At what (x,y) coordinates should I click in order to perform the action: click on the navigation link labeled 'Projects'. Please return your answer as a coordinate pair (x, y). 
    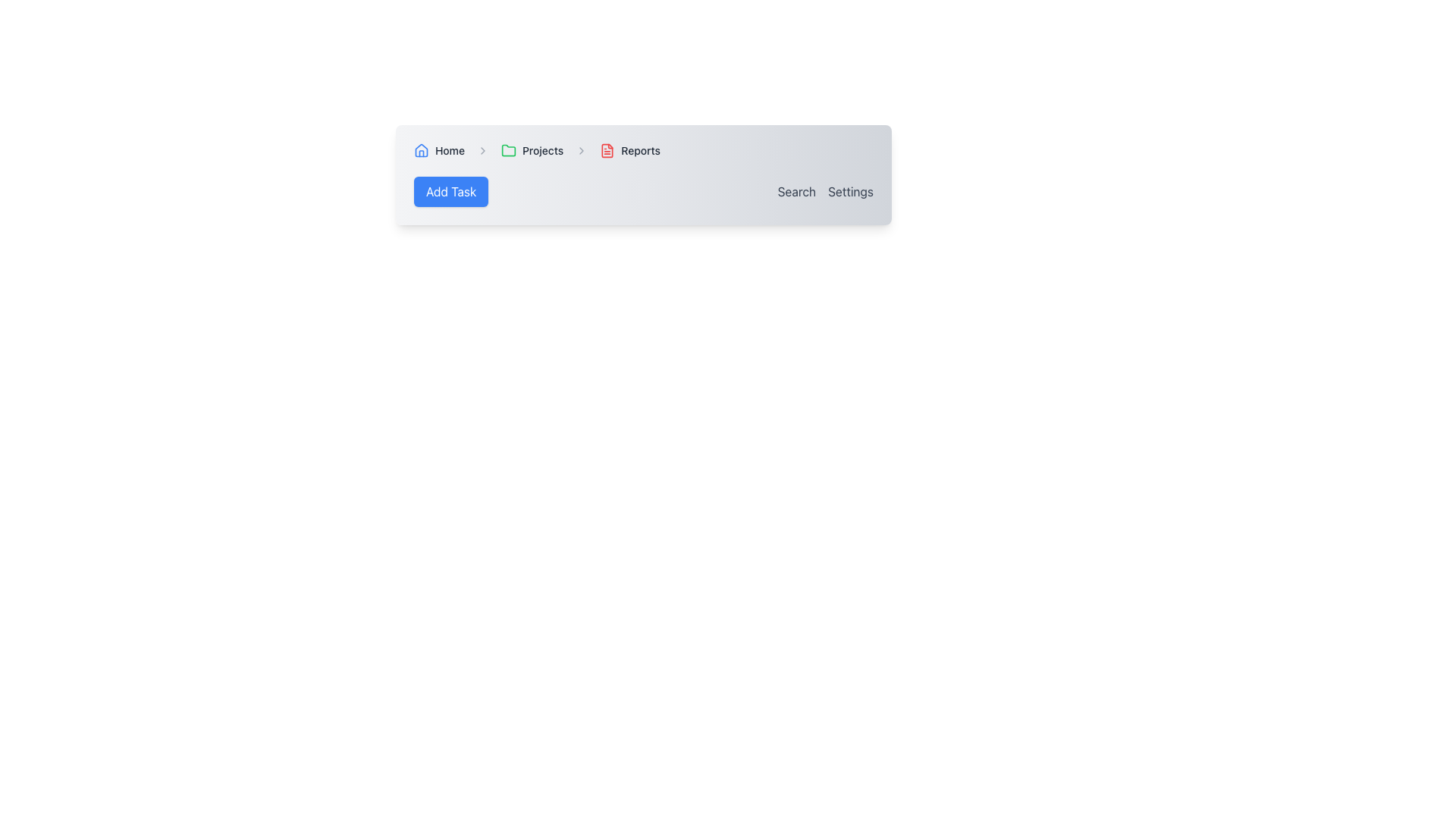
    Looking at the image, I should click on (532, 151).